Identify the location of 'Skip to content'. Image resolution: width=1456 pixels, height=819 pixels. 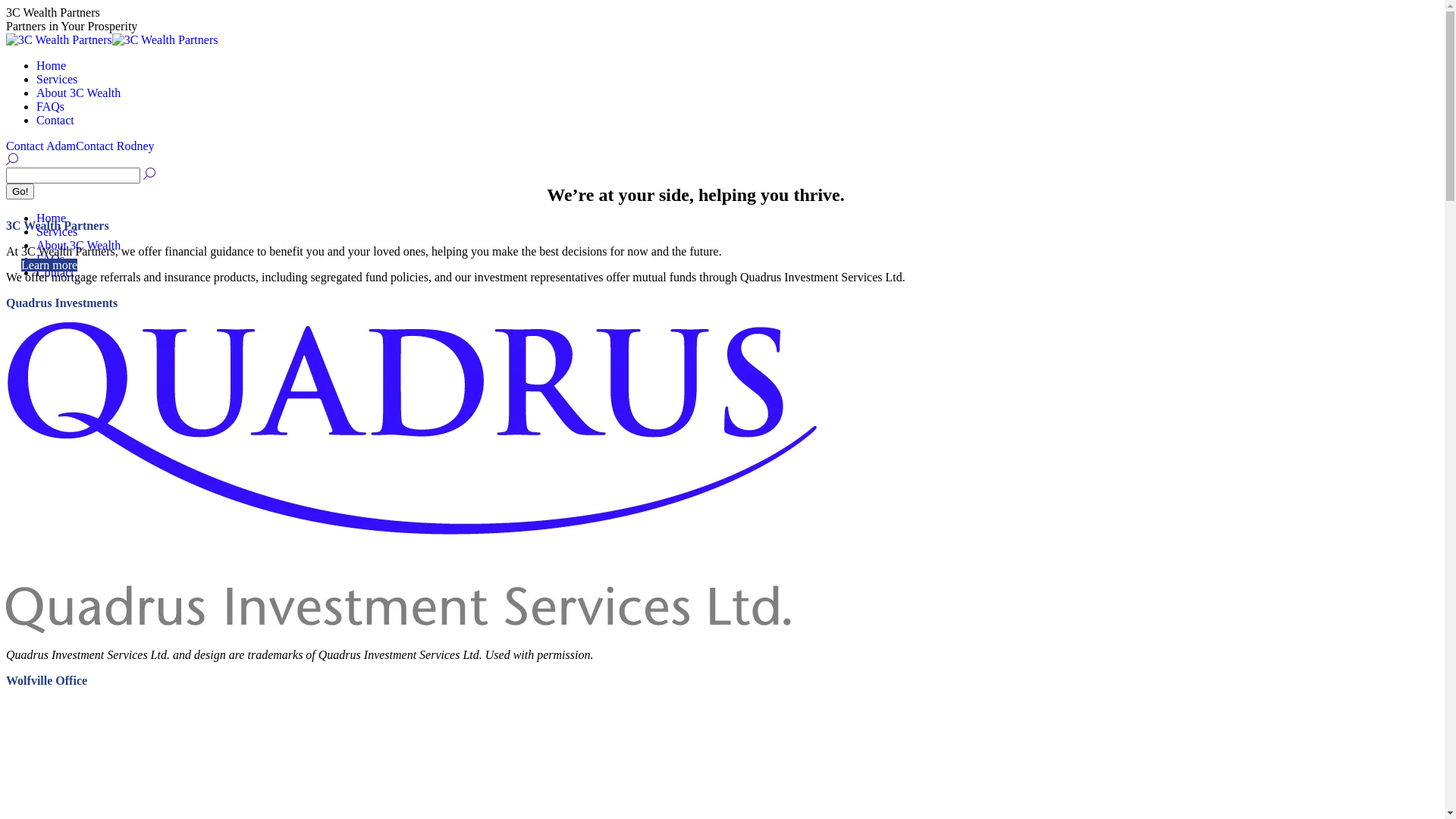
(5, 5).